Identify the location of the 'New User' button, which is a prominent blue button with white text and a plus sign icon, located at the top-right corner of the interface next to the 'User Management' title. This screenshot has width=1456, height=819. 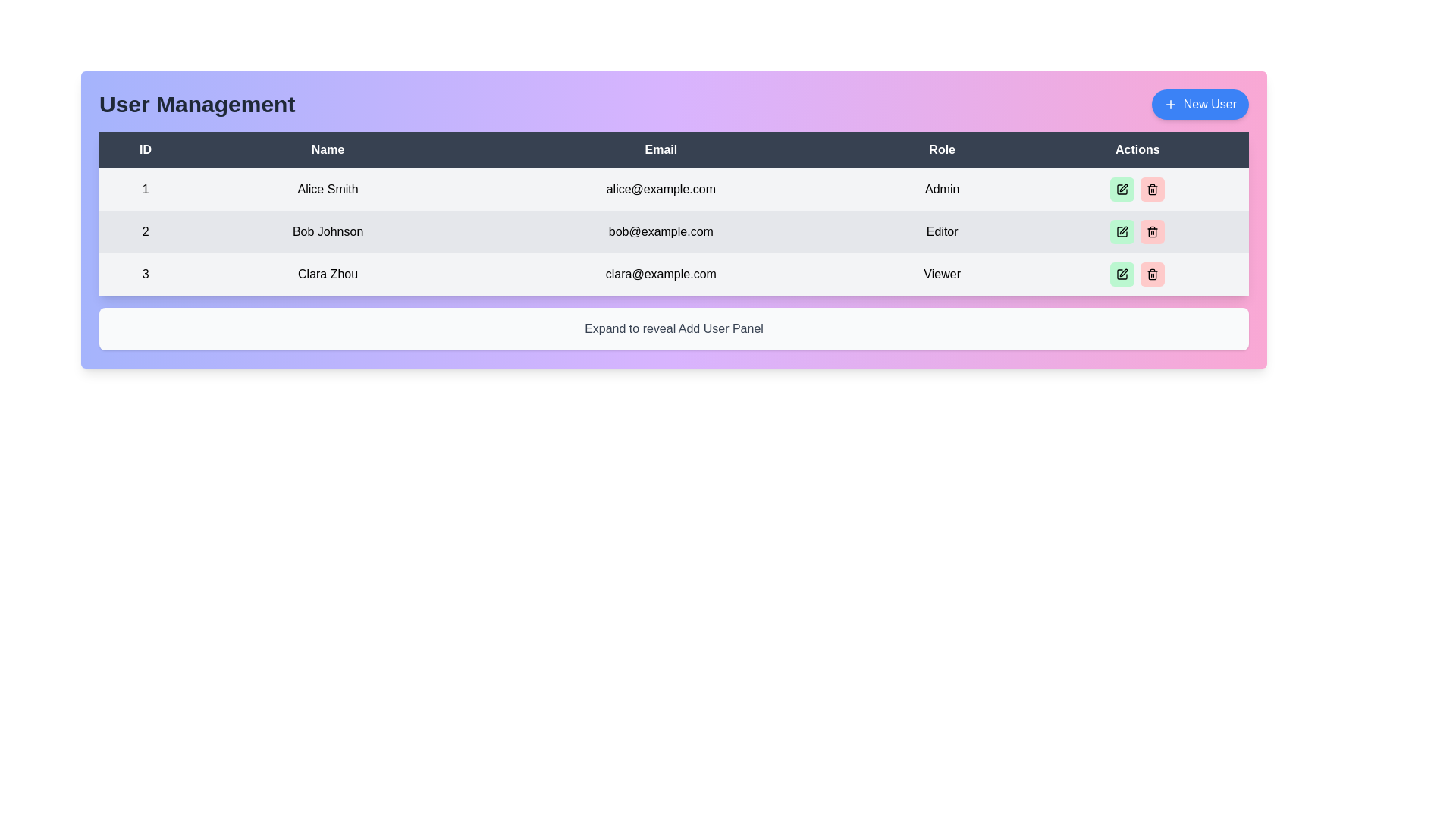
(1199, 104).